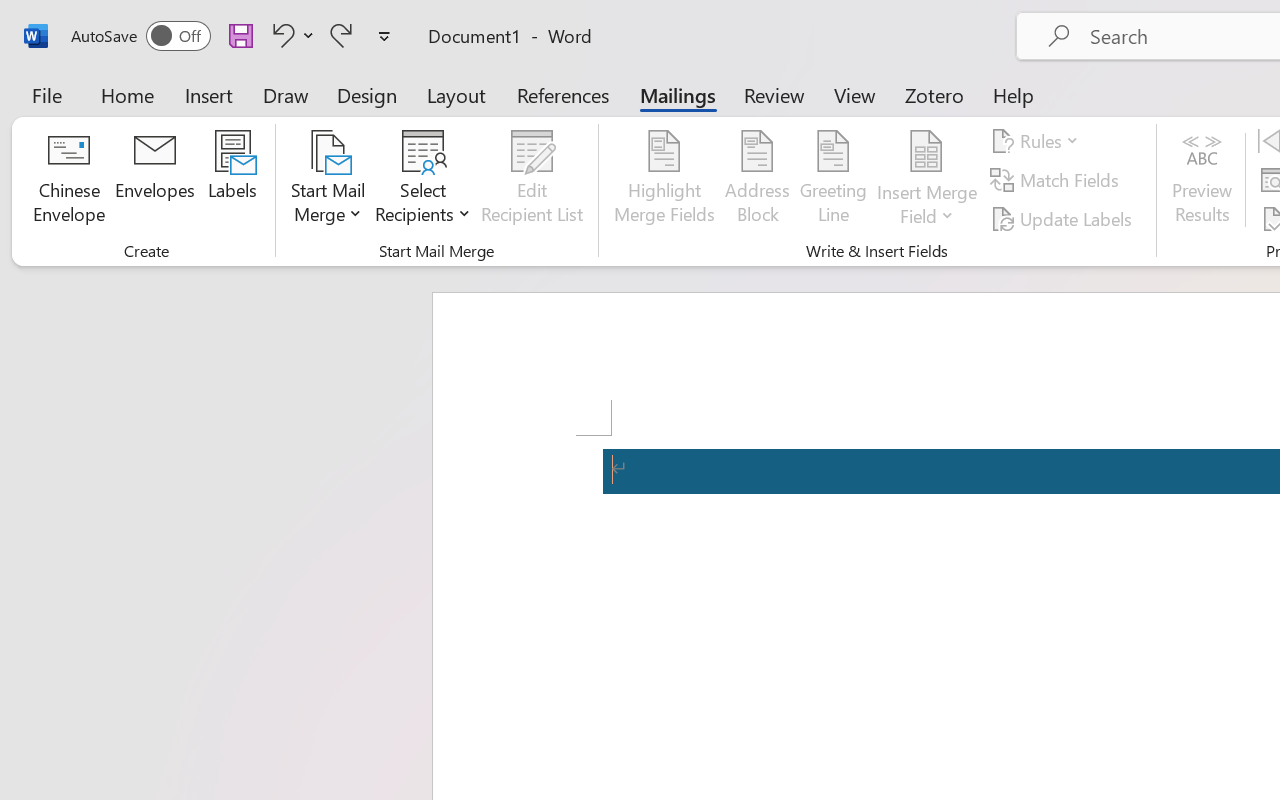  What do you see at coordinates (1056, 179) in the screenshot?
I see `'Match Fields...'` at bounding box center [1056, 179].